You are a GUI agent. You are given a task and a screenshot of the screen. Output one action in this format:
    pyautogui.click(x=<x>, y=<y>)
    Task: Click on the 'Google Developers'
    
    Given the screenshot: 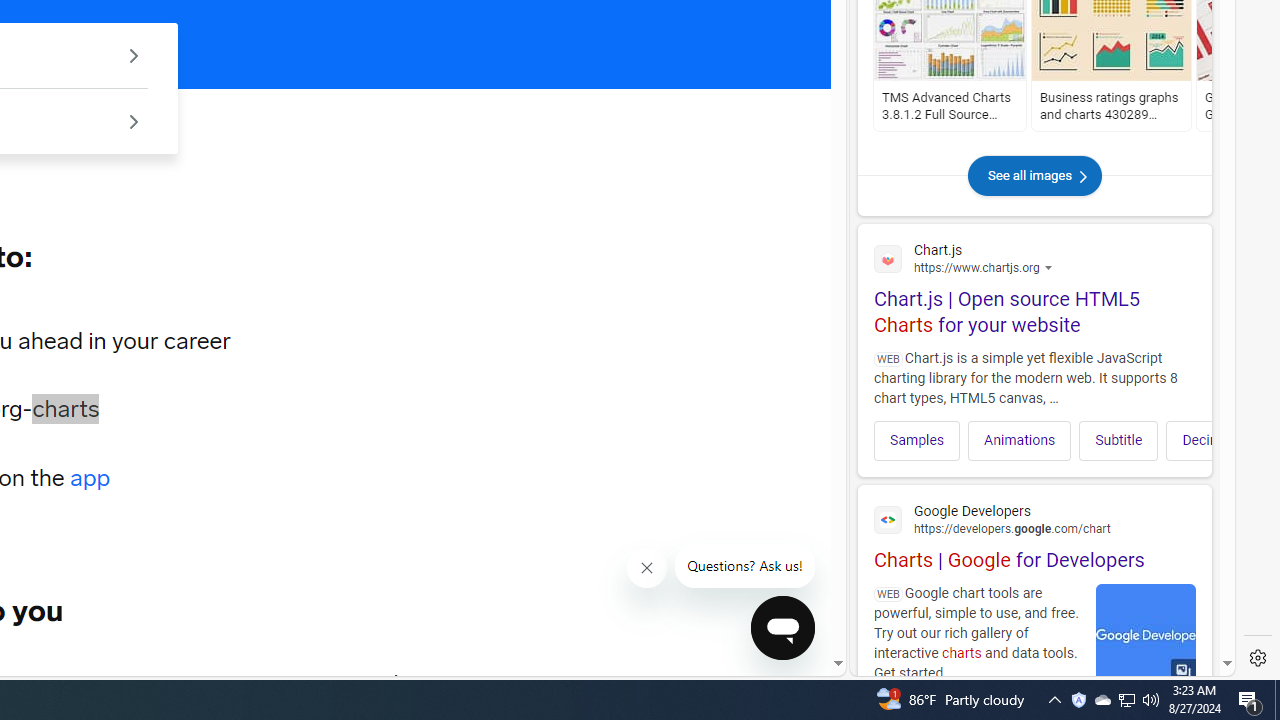 What is the action you would take?
    pyautogui.click(x=1034, y=517)
    